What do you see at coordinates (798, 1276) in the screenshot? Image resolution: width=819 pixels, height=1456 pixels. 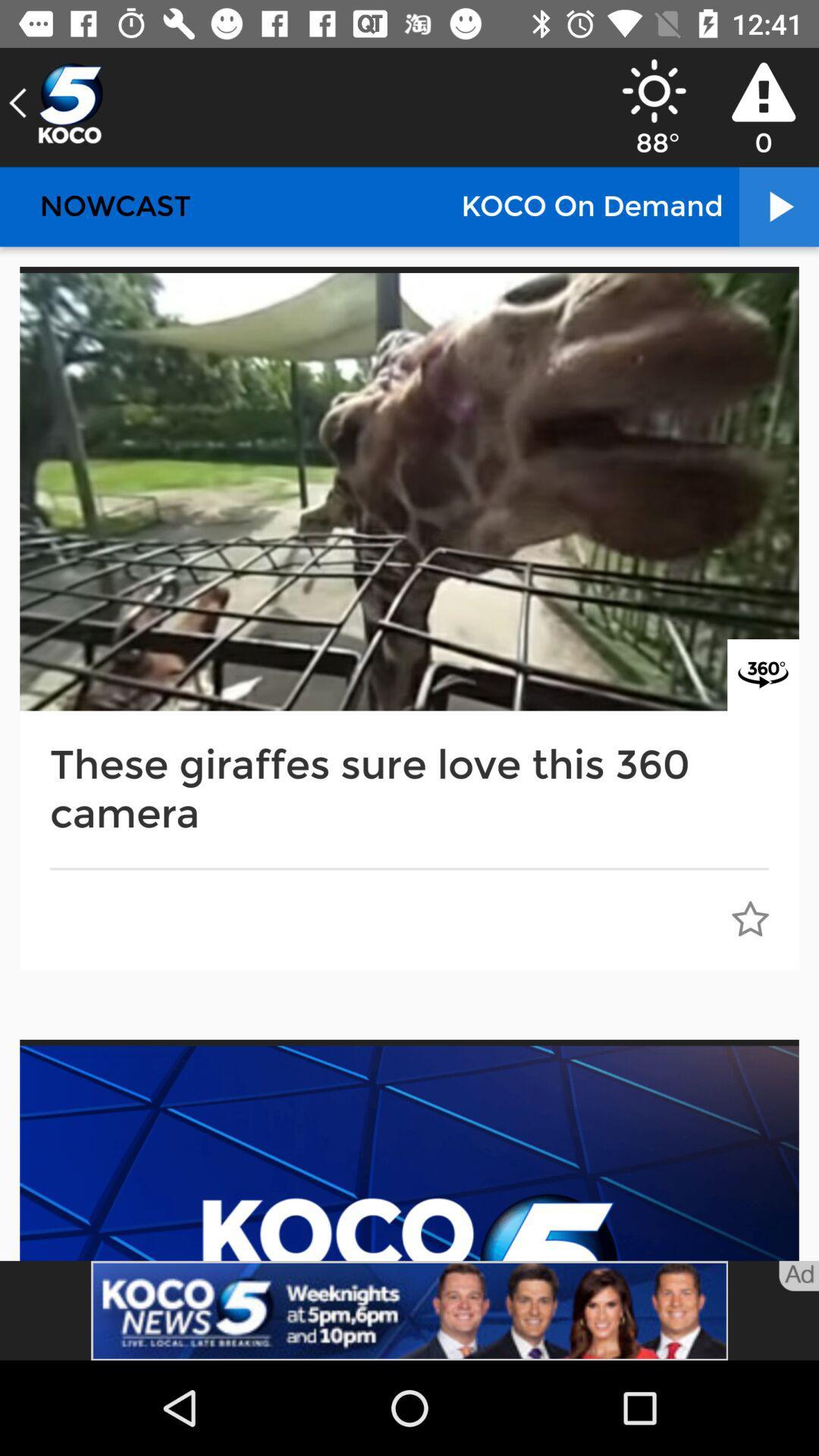 I see `goto ad` at bounding box center [798, 1276].